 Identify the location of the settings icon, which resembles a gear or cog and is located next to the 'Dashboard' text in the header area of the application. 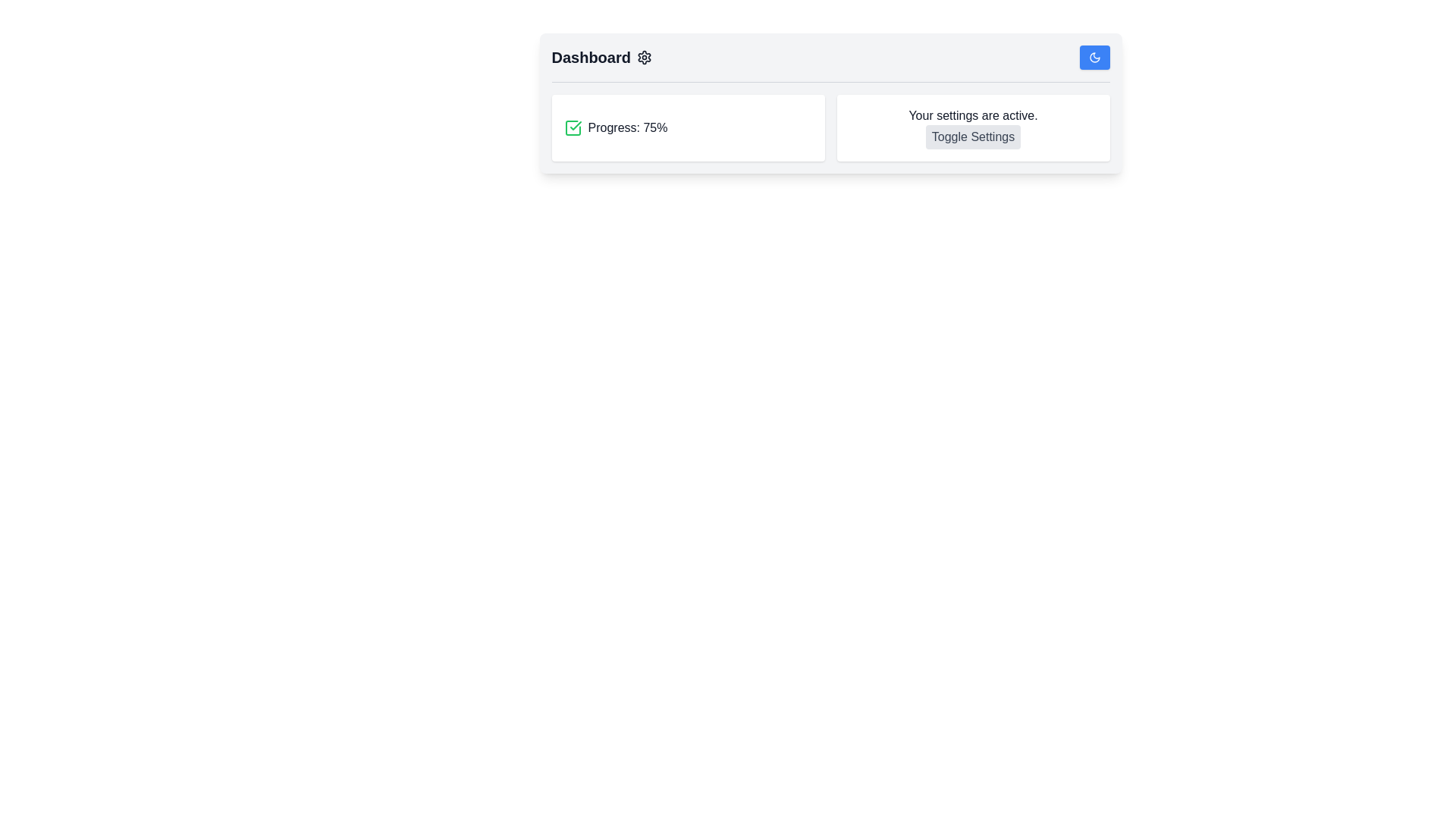
(644, 57).